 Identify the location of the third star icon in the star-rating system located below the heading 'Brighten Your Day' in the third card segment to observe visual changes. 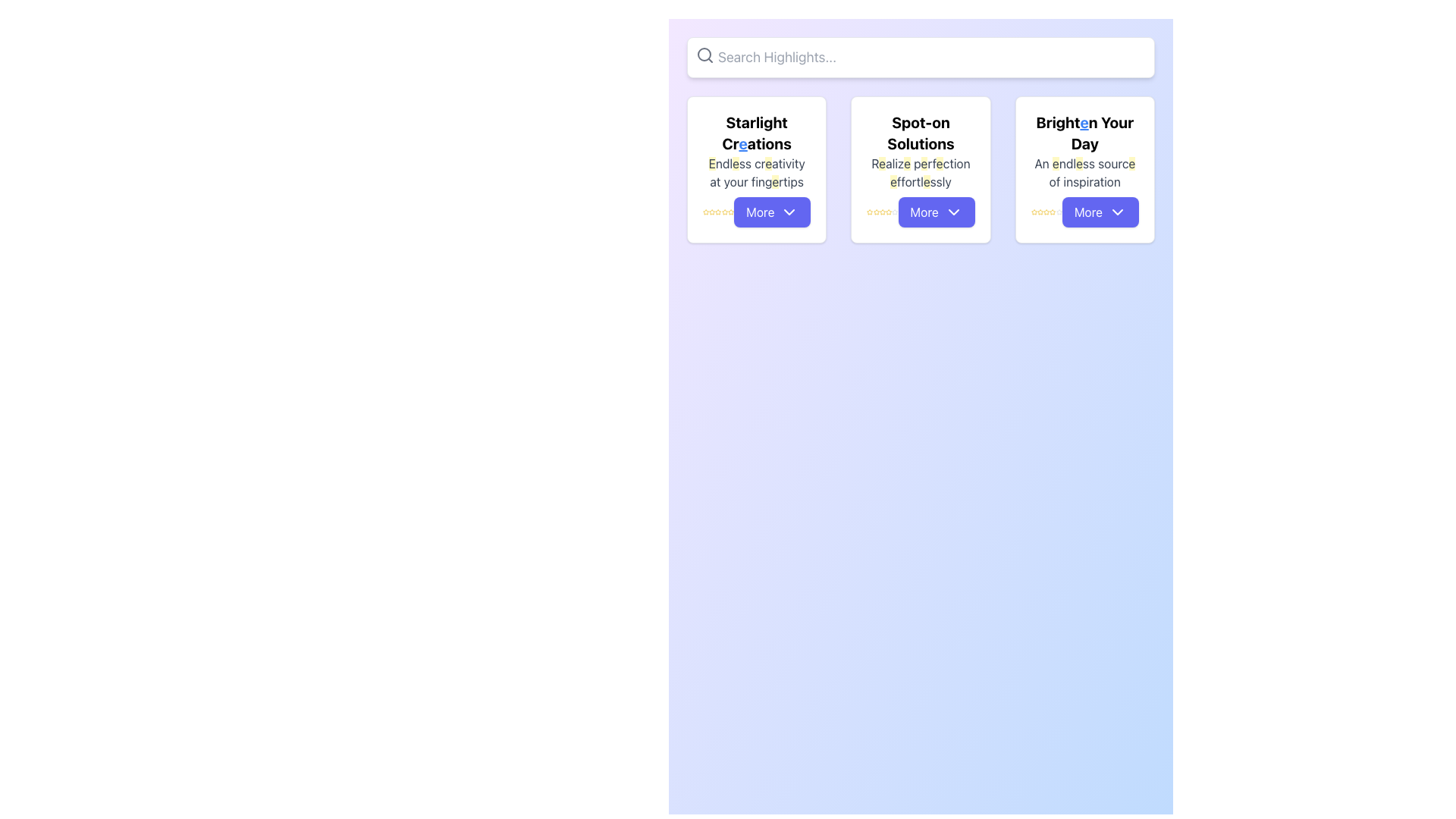
(1040, 212).